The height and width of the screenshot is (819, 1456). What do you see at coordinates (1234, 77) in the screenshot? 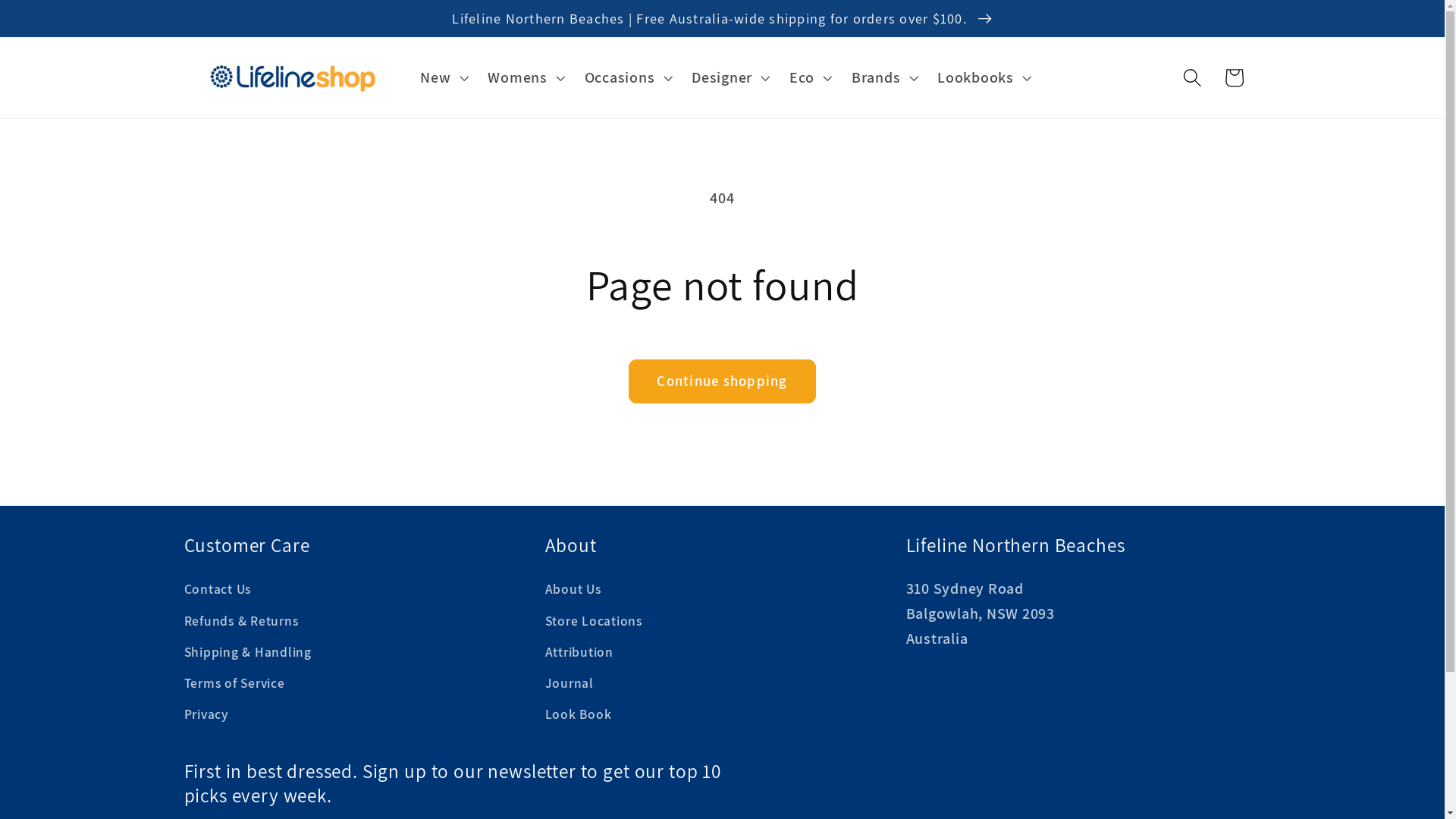
I see `'Cart'` at bounding box center [1234, 77].